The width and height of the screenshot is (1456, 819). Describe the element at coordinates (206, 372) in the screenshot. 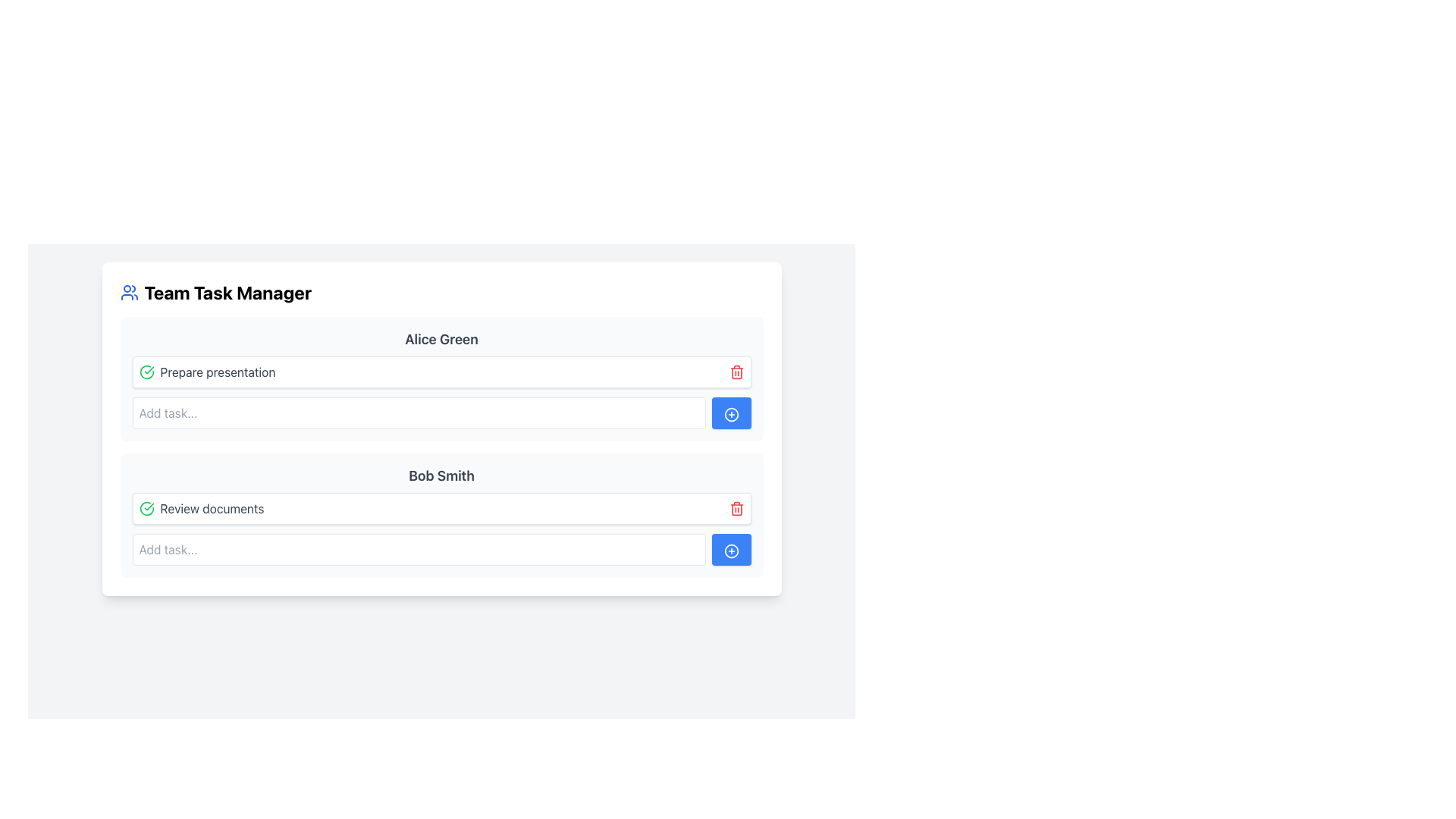

I see `the task labeled 'Prepare presentation' that is marked with a green check icon, located in the 'Alice Green' section of the task tracking interface` at that location.